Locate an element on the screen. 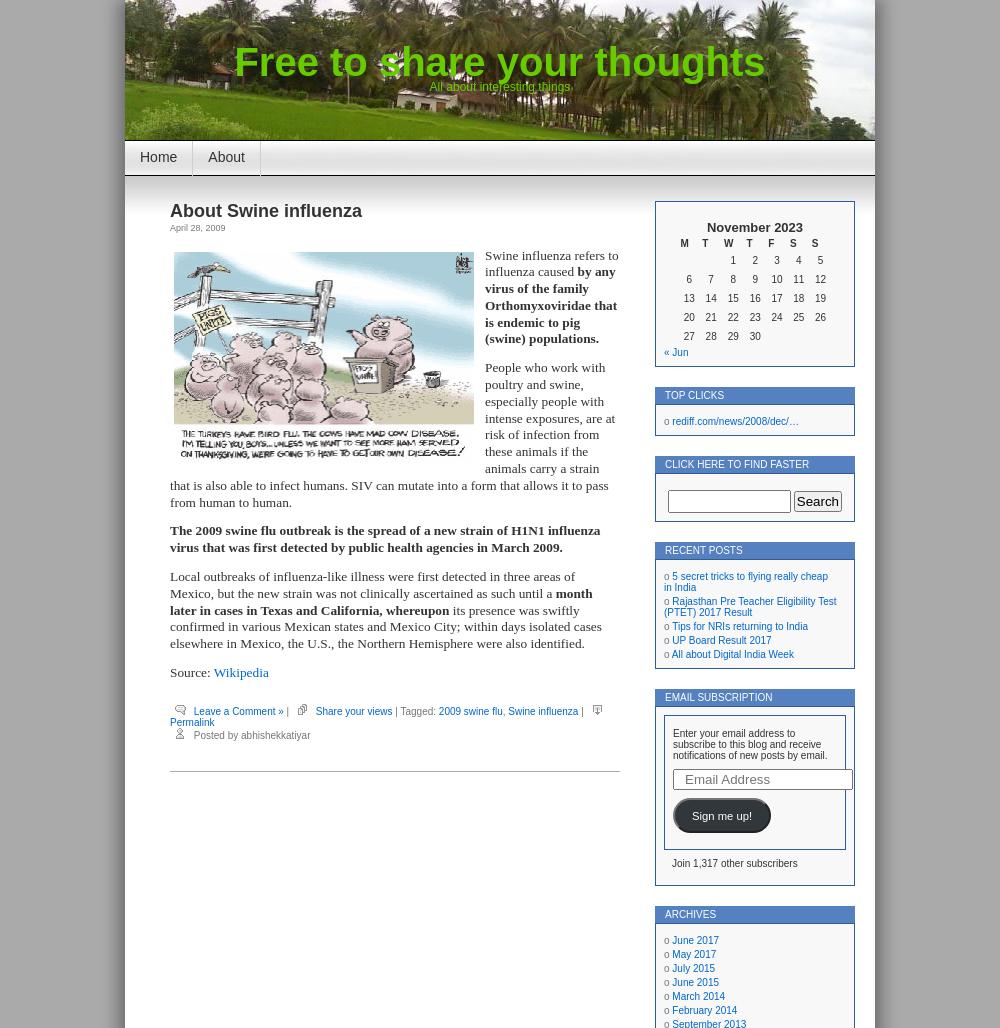 This screenshot has height=1028, width=1000. '27' is located at coordinates (683, 335).